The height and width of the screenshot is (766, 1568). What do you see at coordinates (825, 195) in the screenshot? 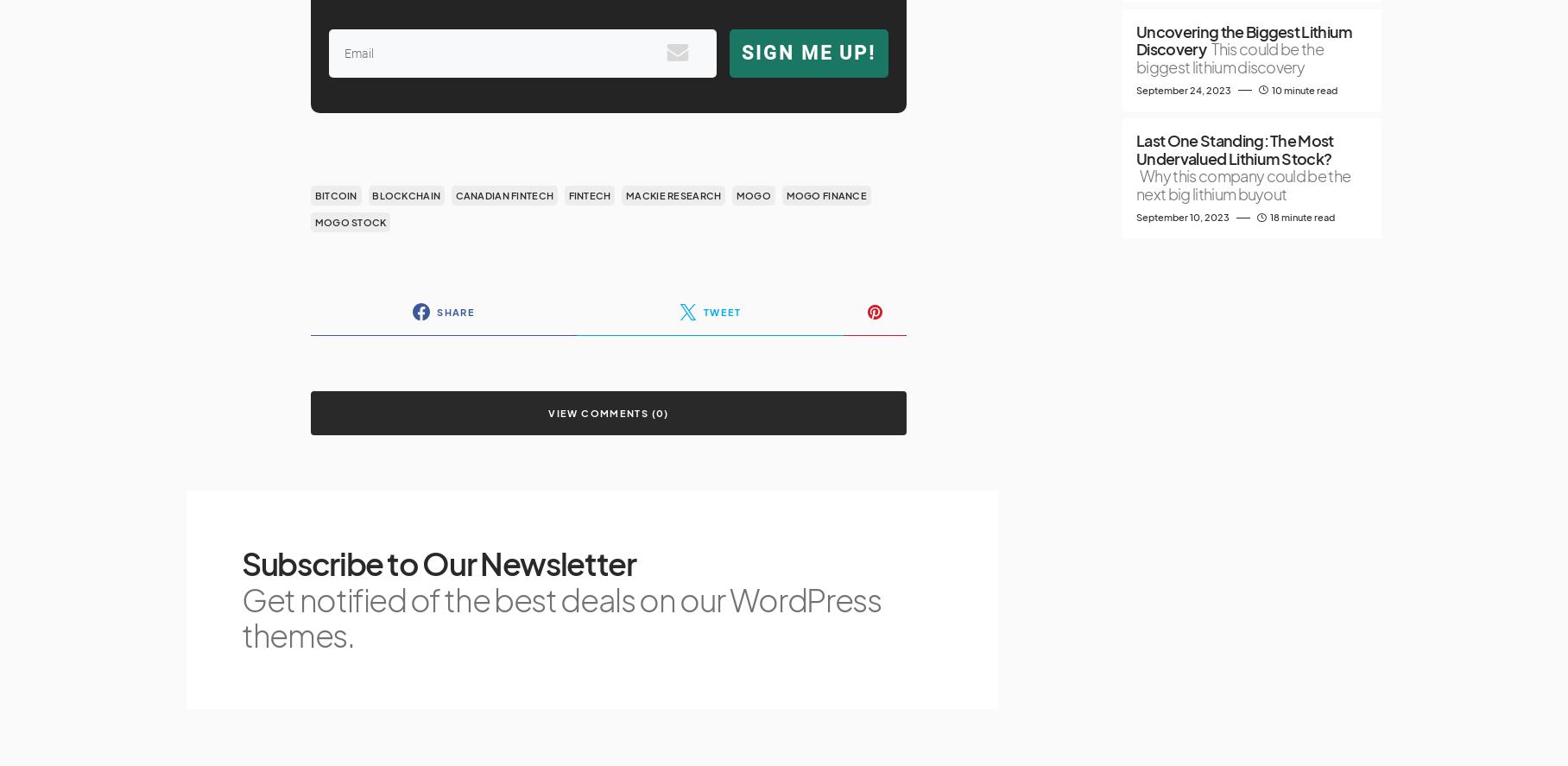
I see `'mogo finance'` at bounding box center [825, 195].